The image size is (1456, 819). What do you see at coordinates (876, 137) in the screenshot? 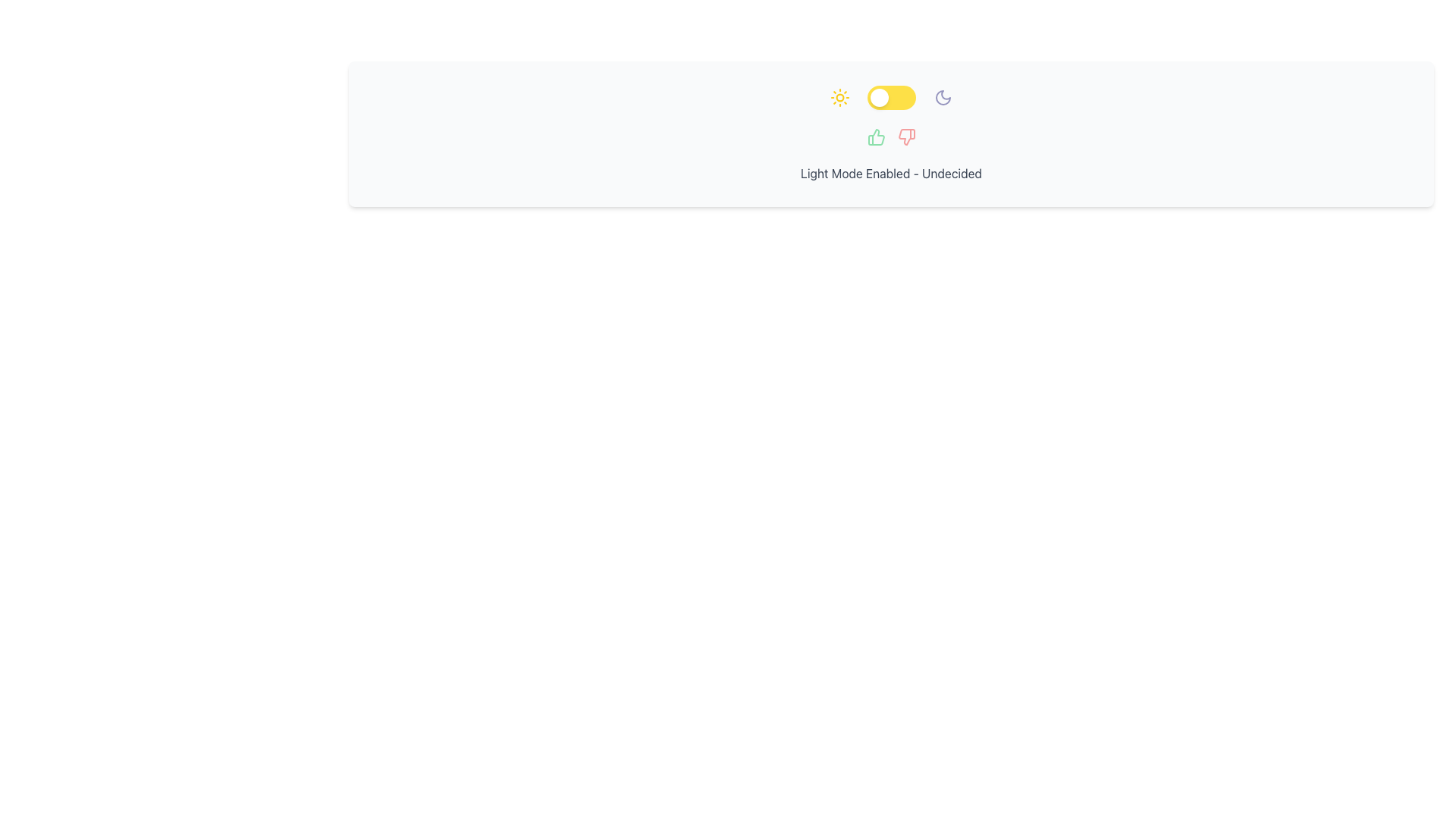
I see `the thumbs-up icon button, which is a translucent green icon located in the horizontal toolbar at the top` at bounding box center [876, 137].